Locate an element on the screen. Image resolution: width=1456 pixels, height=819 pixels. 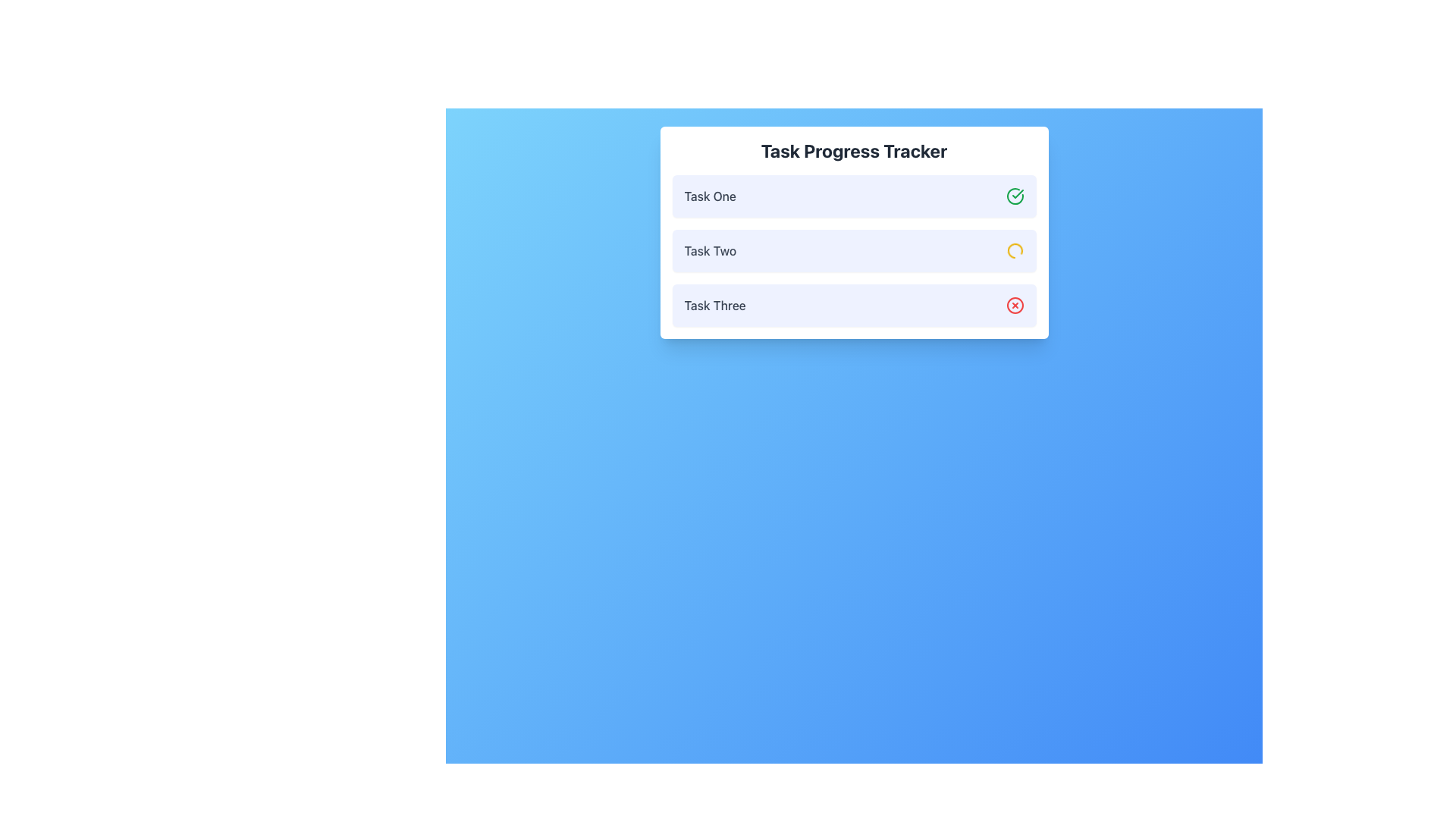
the circular animated loader icon with a yellow outline located within the 'Task Two' card layout, positioned adjacent to the text label 'Task Two' is located at coordinates (1015, 250).